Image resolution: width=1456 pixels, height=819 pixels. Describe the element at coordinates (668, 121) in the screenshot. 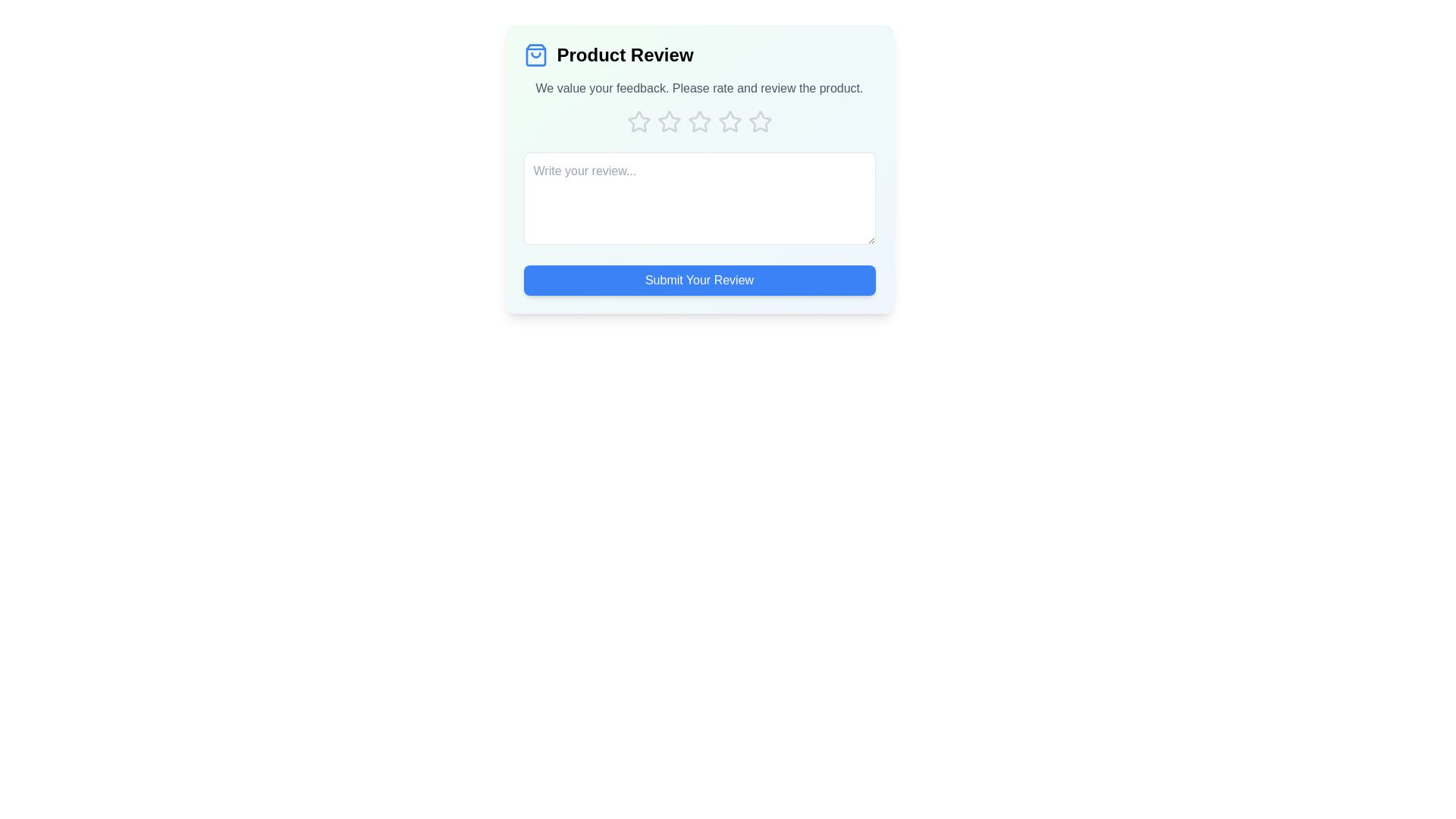

I see `the third star icon in the rating system` at that location.